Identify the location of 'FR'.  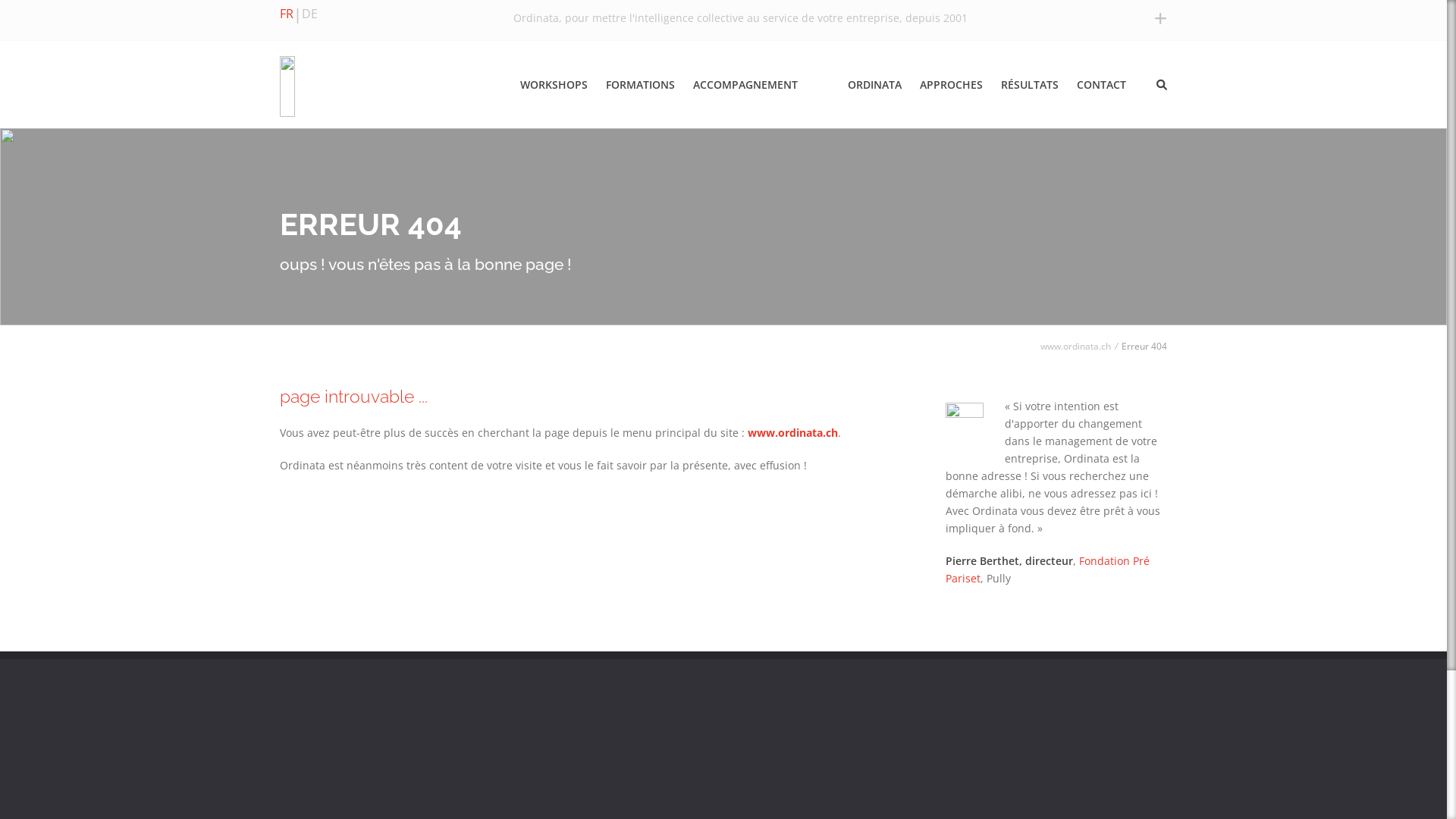
(287, 14).